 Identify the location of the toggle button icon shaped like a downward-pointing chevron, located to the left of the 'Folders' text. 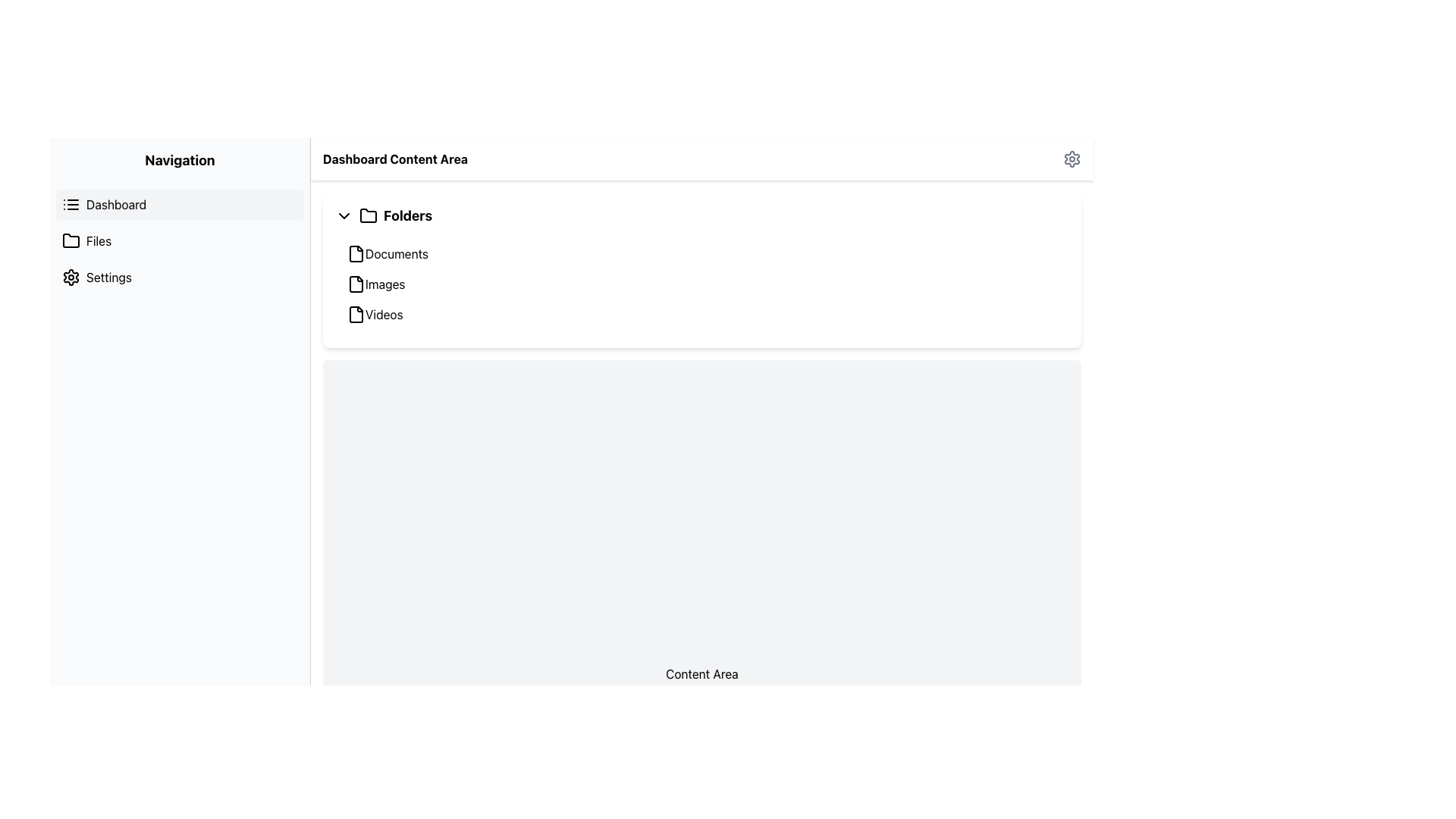
(344, 216).